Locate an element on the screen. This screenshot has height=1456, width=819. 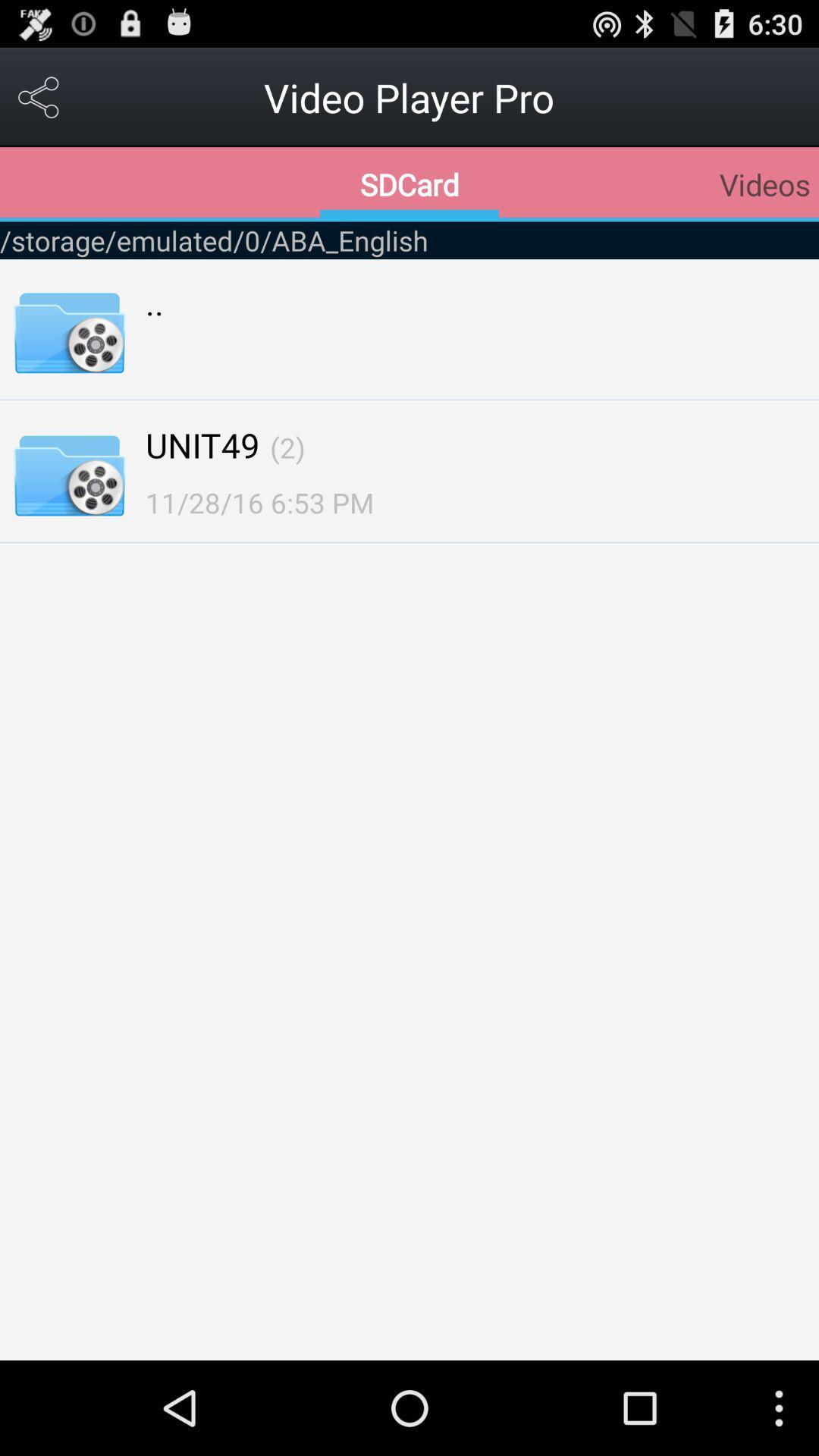
share on social media is located at coordinates (39, 96).